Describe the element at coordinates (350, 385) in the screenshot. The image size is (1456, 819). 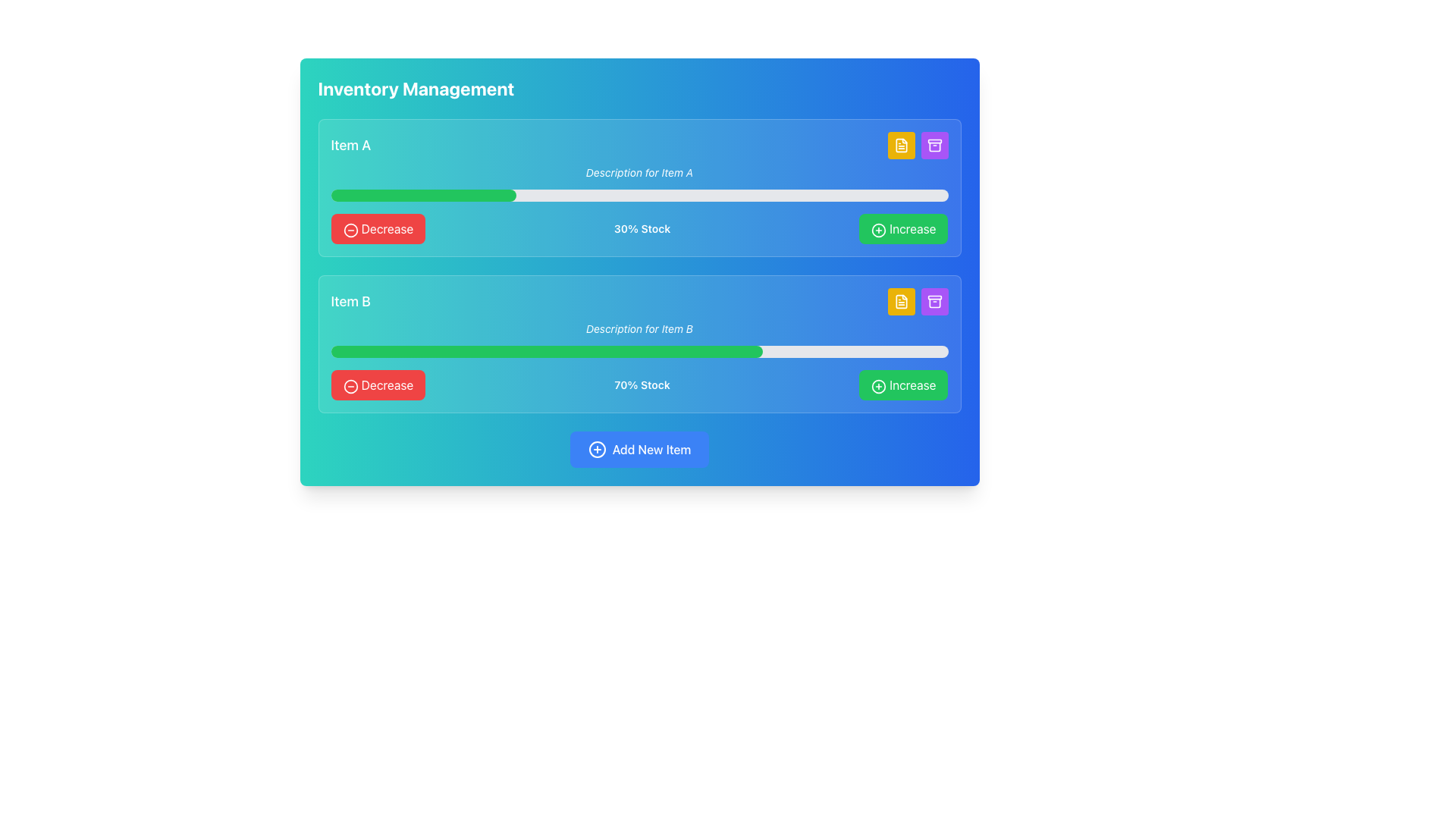
I see `the red circular icon with a minus symbol inside, which is part of the 'Decrease' button located in the second inventory item row below the green progress bar indicating '70% Stock'` at that location.